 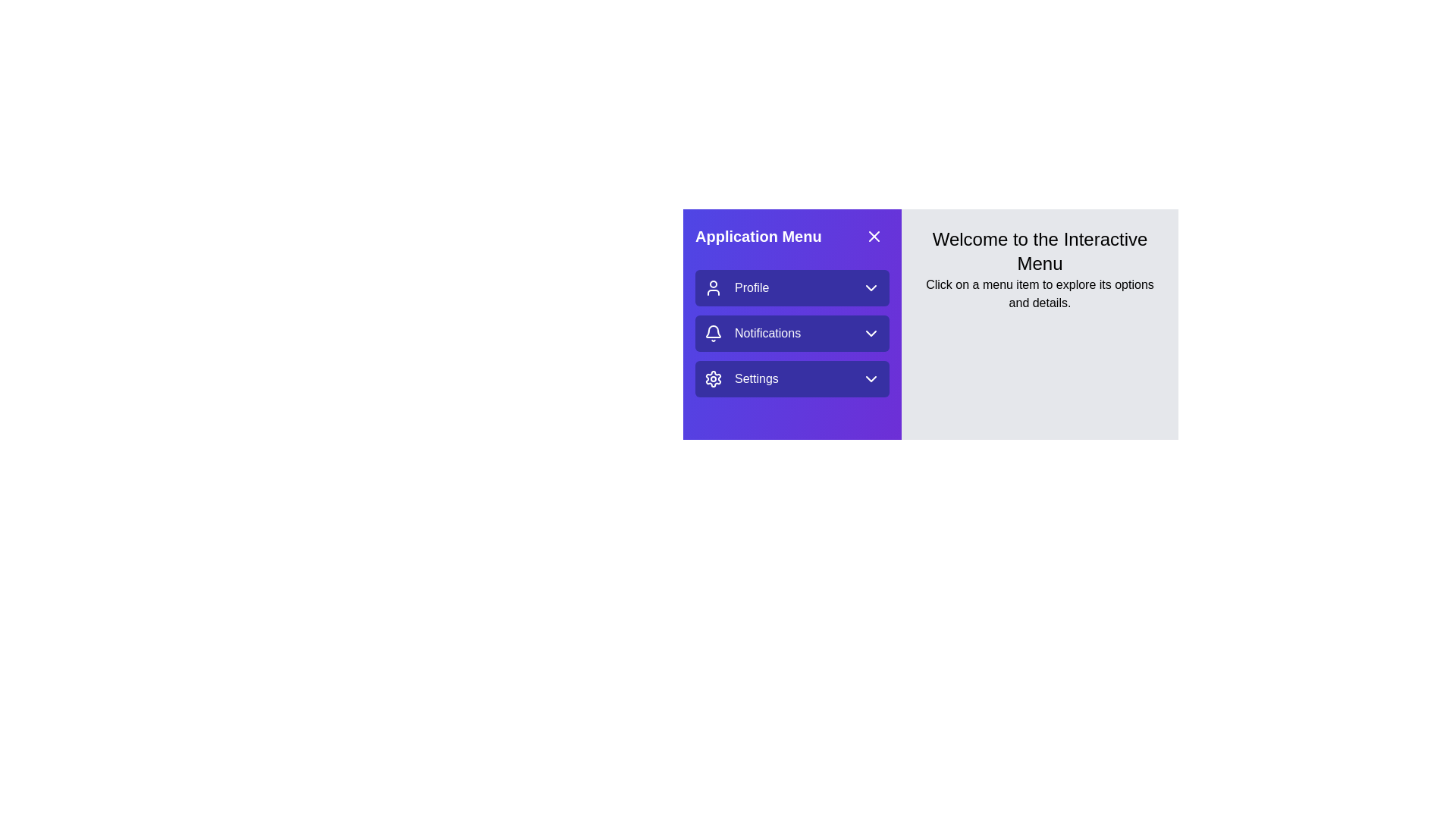 I want to click on the Profile menu icon (SVG) located to the left of the 'Profile' text label in the Application Menu panel for identification purposes, so click(x=712, y=288).